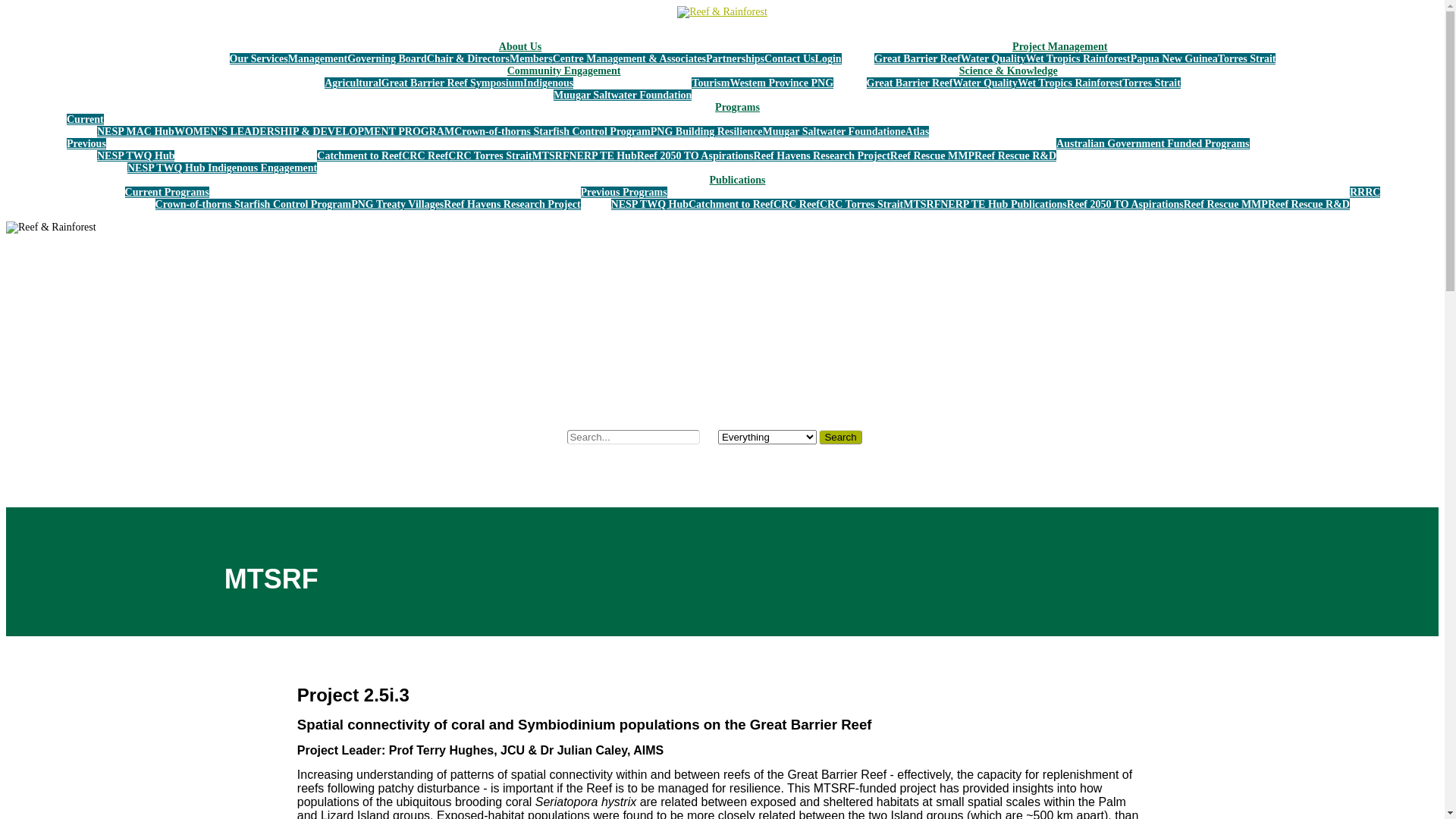  I want to click on 'NESP TWQ Hub Indigenous Engagement', so click(127, 168).